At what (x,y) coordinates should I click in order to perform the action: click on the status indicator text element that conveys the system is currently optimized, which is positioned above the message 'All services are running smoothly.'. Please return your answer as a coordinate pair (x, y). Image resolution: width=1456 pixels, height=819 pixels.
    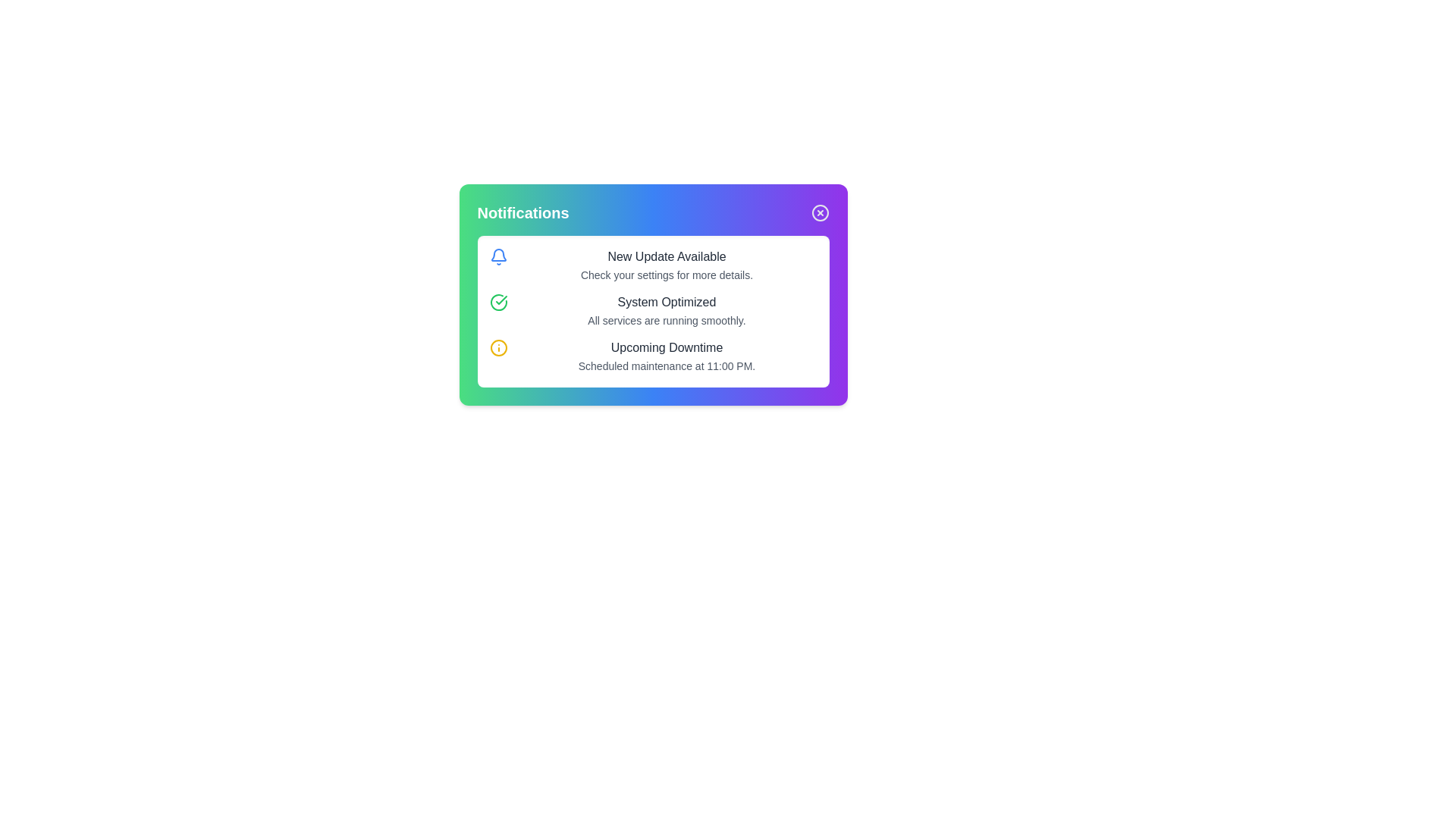
    Looking at the image, I should click on (667, 302).